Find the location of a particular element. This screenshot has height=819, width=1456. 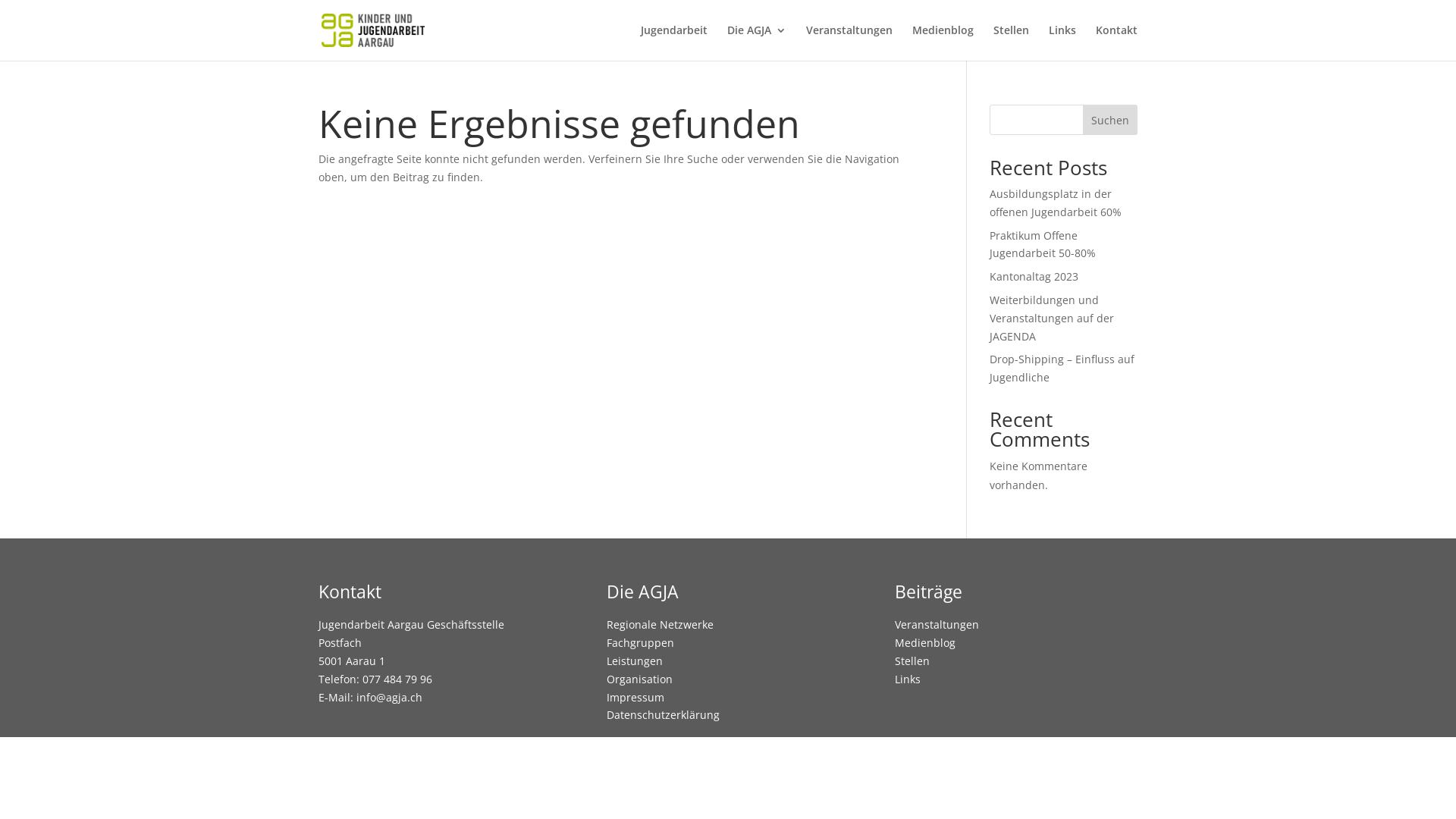

'Regionale Netzwerke' is located at coordinates (660, 624).